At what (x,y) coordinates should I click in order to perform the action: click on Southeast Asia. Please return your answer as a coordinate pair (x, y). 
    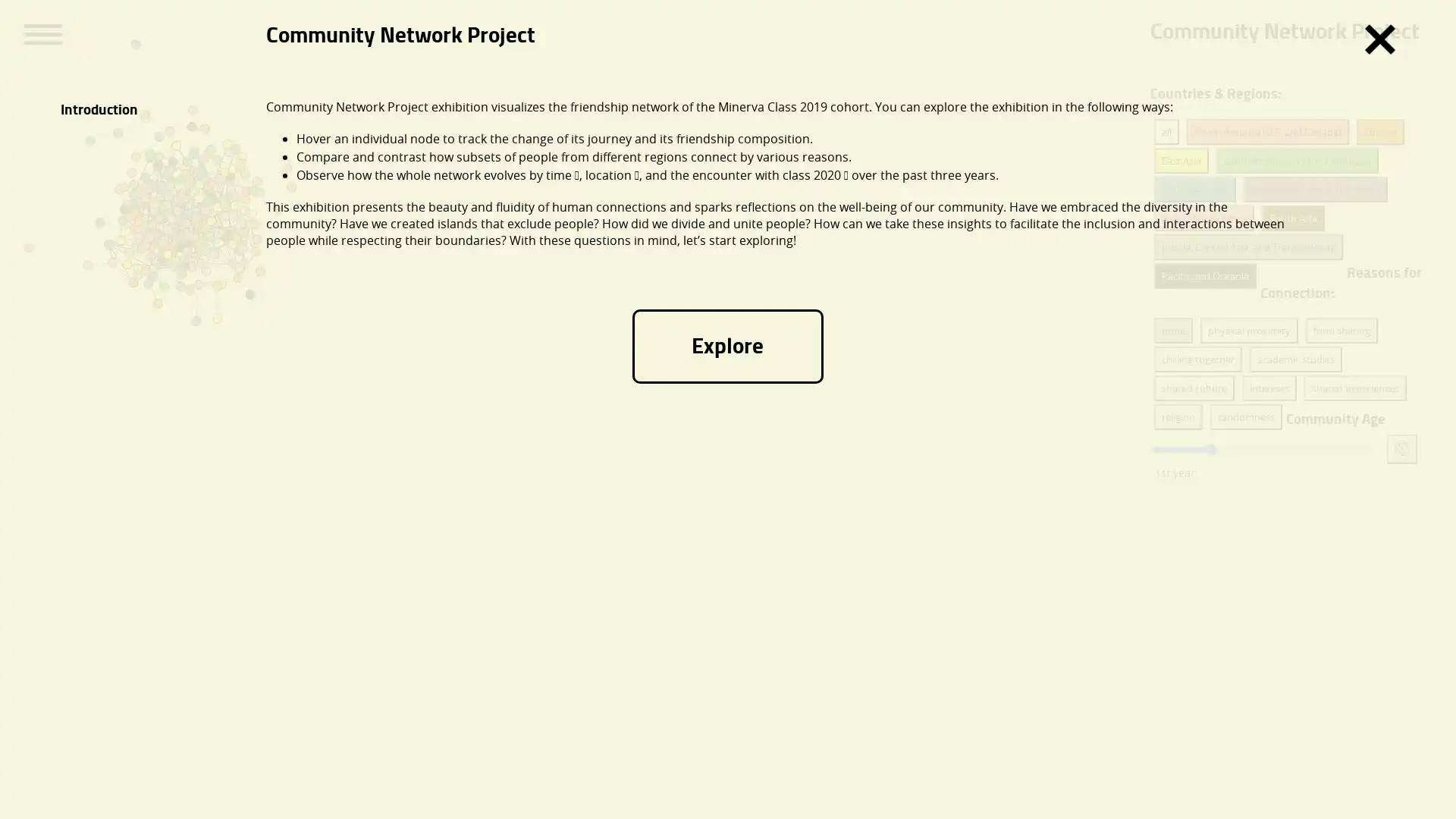
    Looking at the image, I should click on (1194, 188).